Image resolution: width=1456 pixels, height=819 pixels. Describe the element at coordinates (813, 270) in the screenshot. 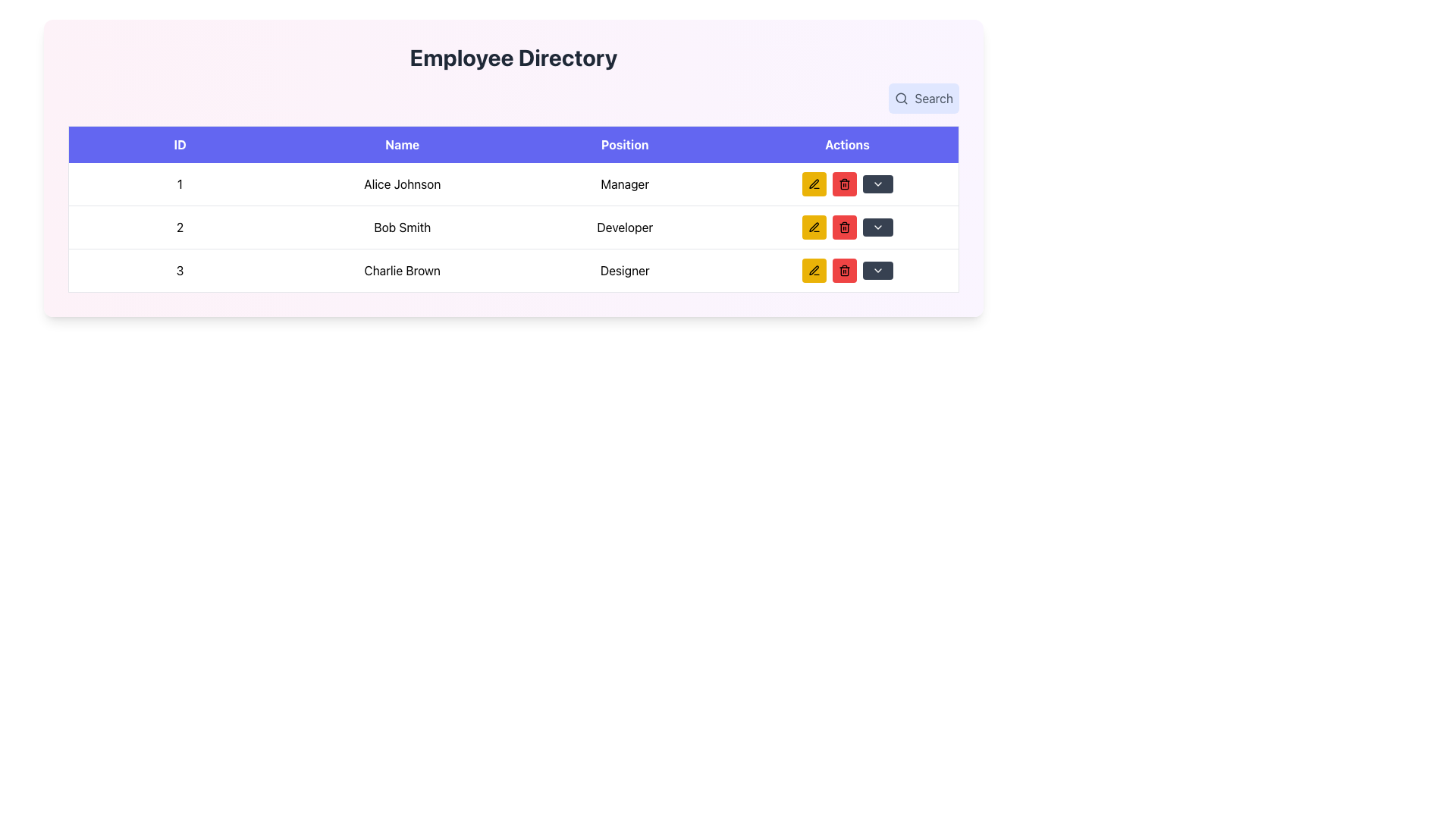

I see `the small square button with rounded corners in the 'Actions' column, third row for 'Designer', which has a yellow background and a black pencil icon` at that location.